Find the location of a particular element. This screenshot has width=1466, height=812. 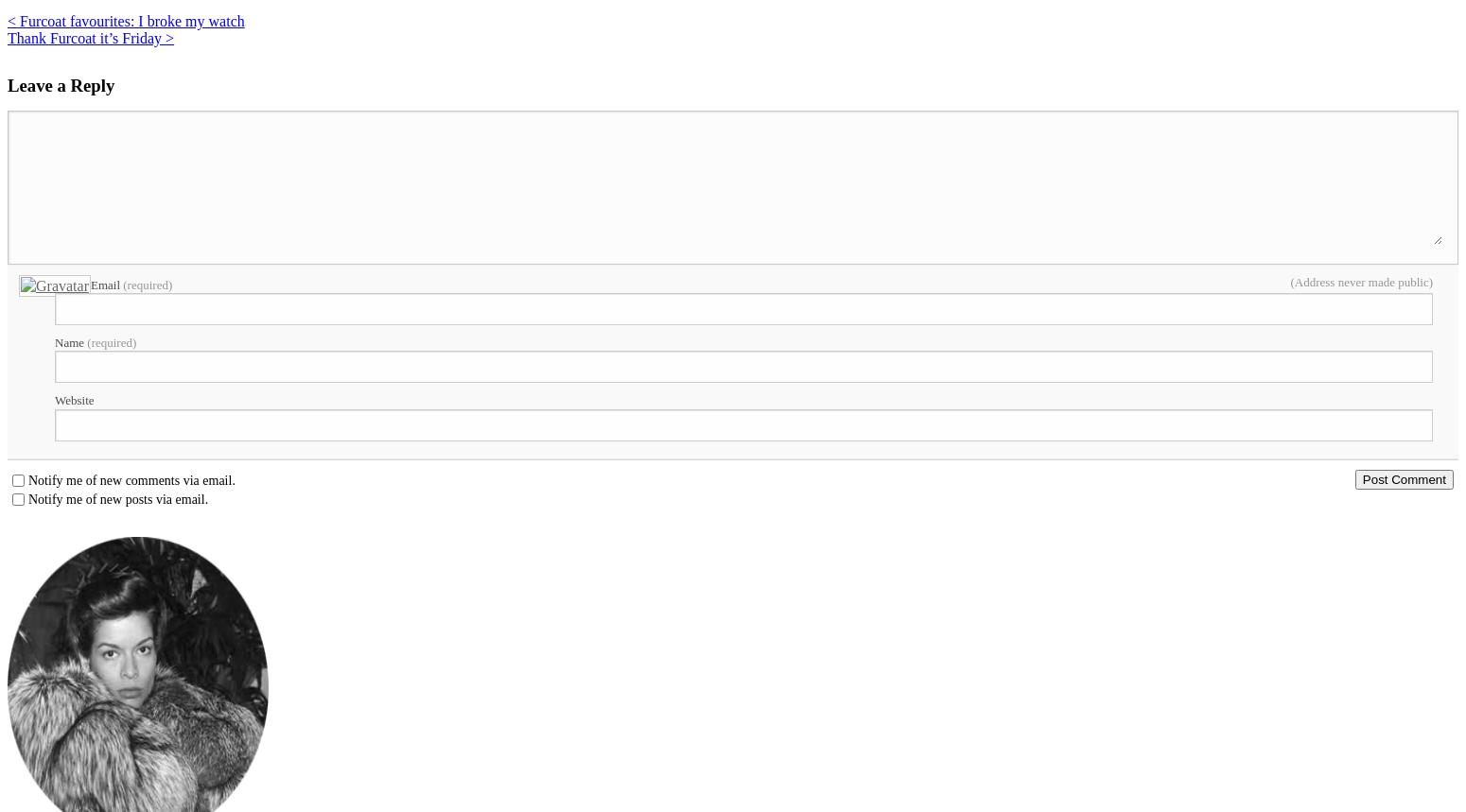

'Name' is located at coordinates (70, 341).